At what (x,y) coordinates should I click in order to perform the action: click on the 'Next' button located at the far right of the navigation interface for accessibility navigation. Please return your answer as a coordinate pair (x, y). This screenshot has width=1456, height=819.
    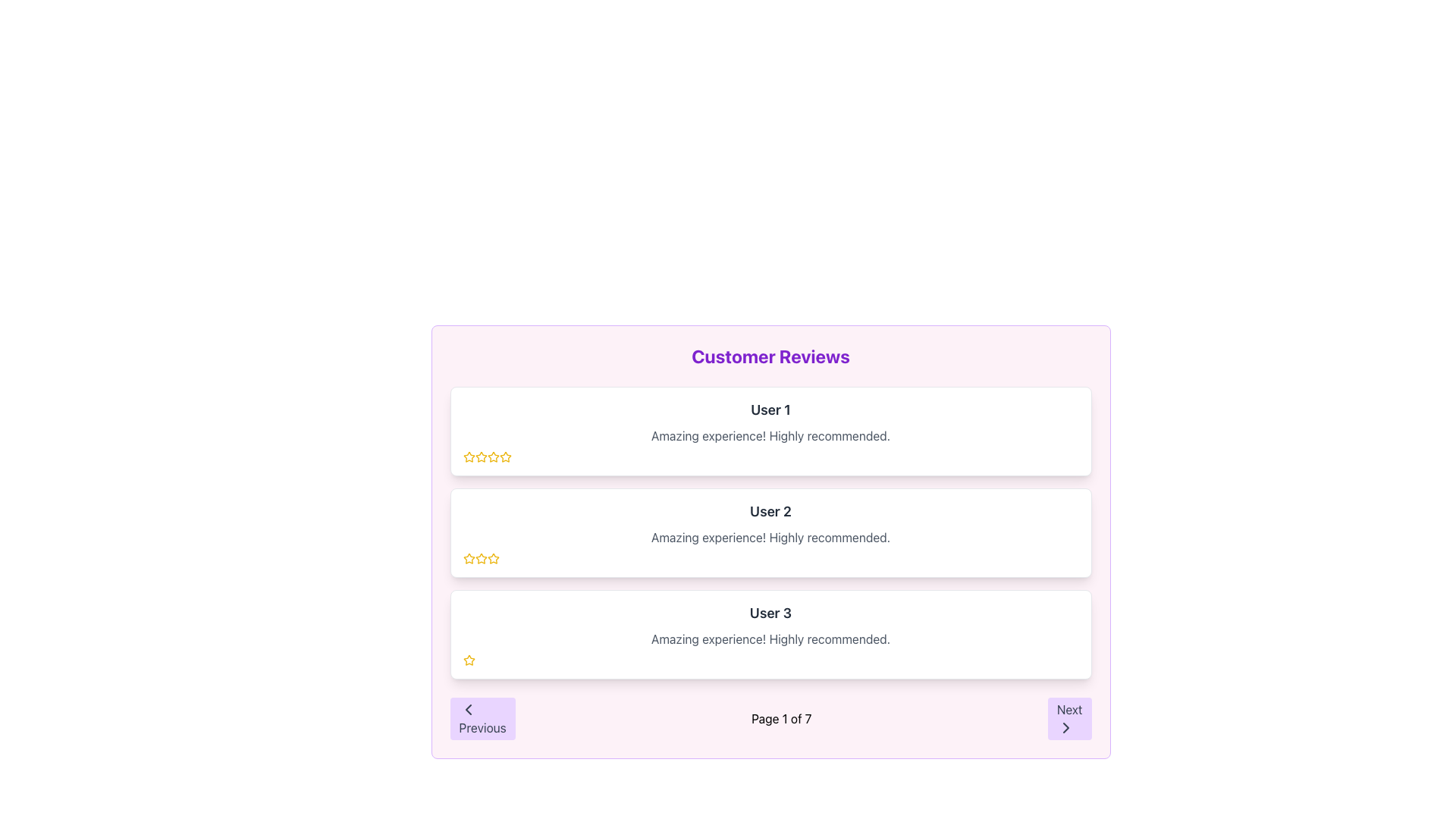
    Looking at the image, I should click on (1068, 718).